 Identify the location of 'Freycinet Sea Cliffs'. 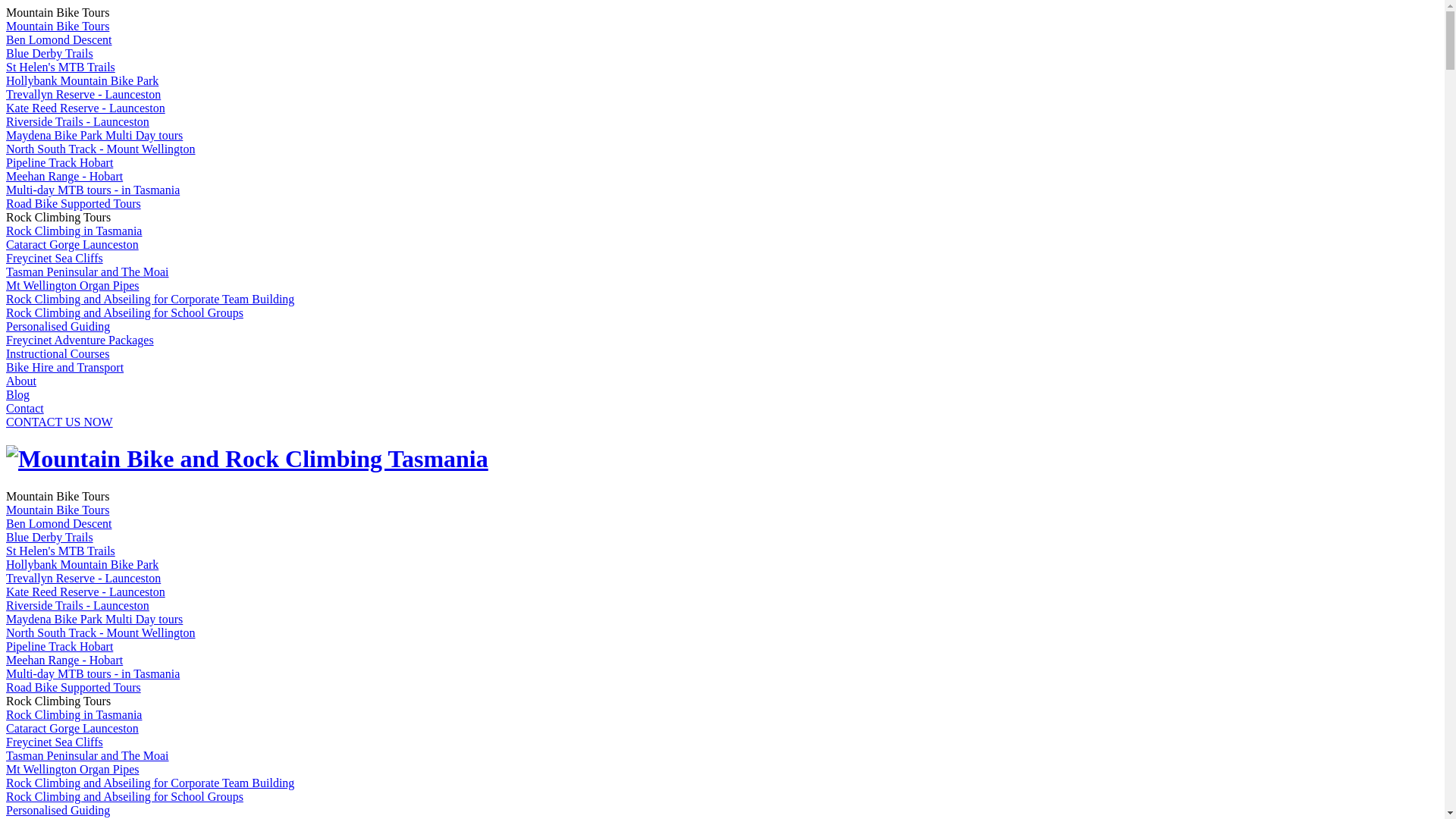
(55, 741).